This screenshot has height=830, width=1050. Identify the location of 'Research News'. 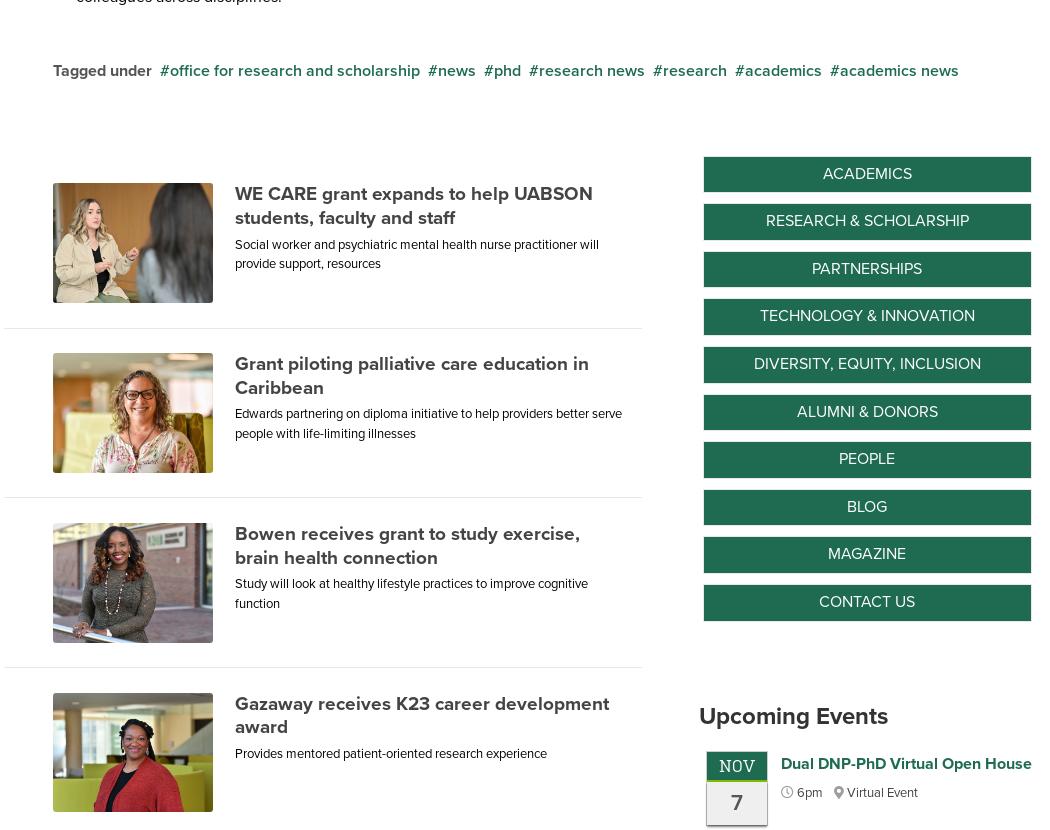
(538, 68).